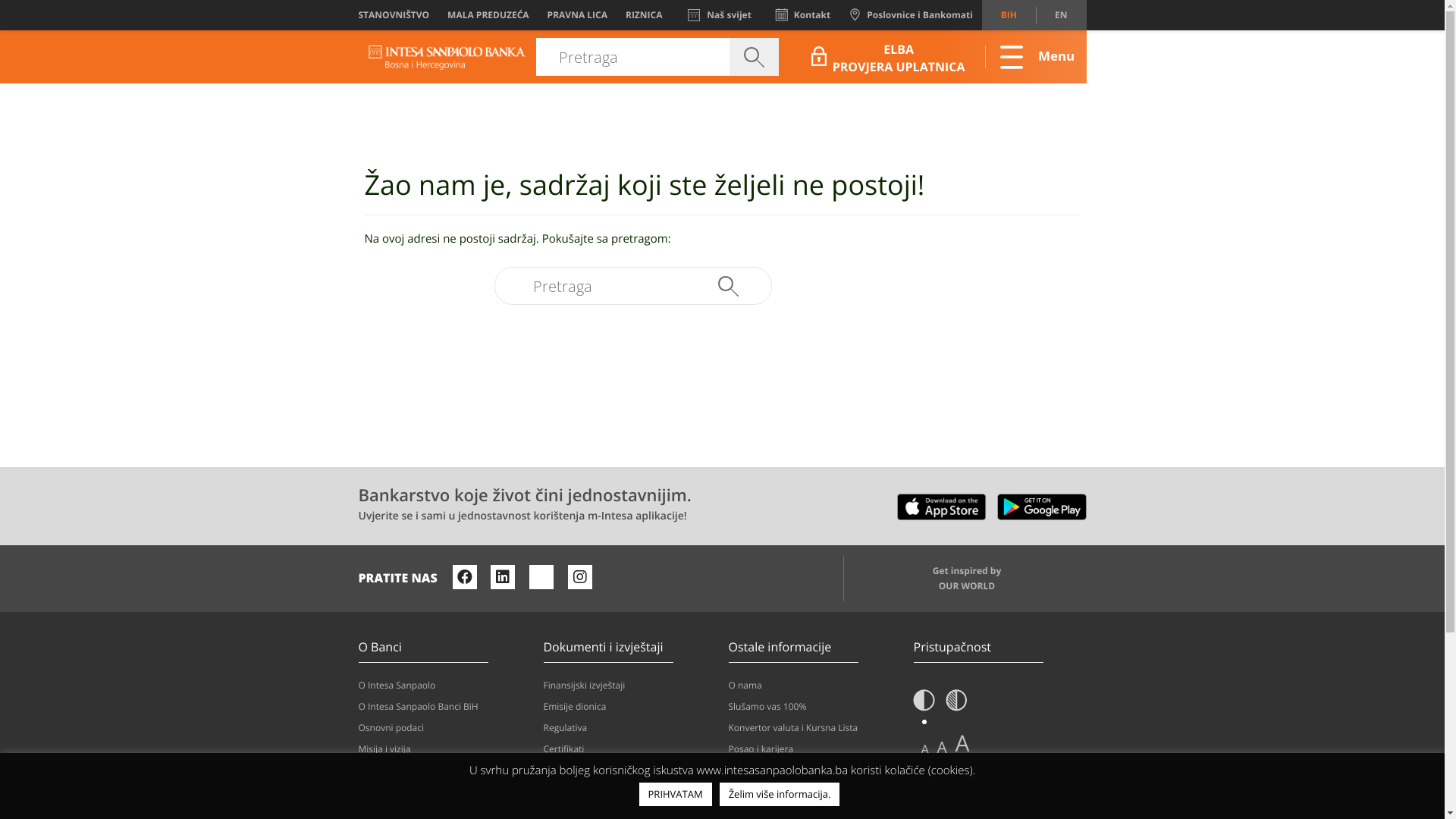 The width and height of the screenshot is (1456, 819). What do you see at coordinates (446, 57) in the screenshot?
I see `'Intesa Sanpaolo BiH'` at bounding box center [446, 57].